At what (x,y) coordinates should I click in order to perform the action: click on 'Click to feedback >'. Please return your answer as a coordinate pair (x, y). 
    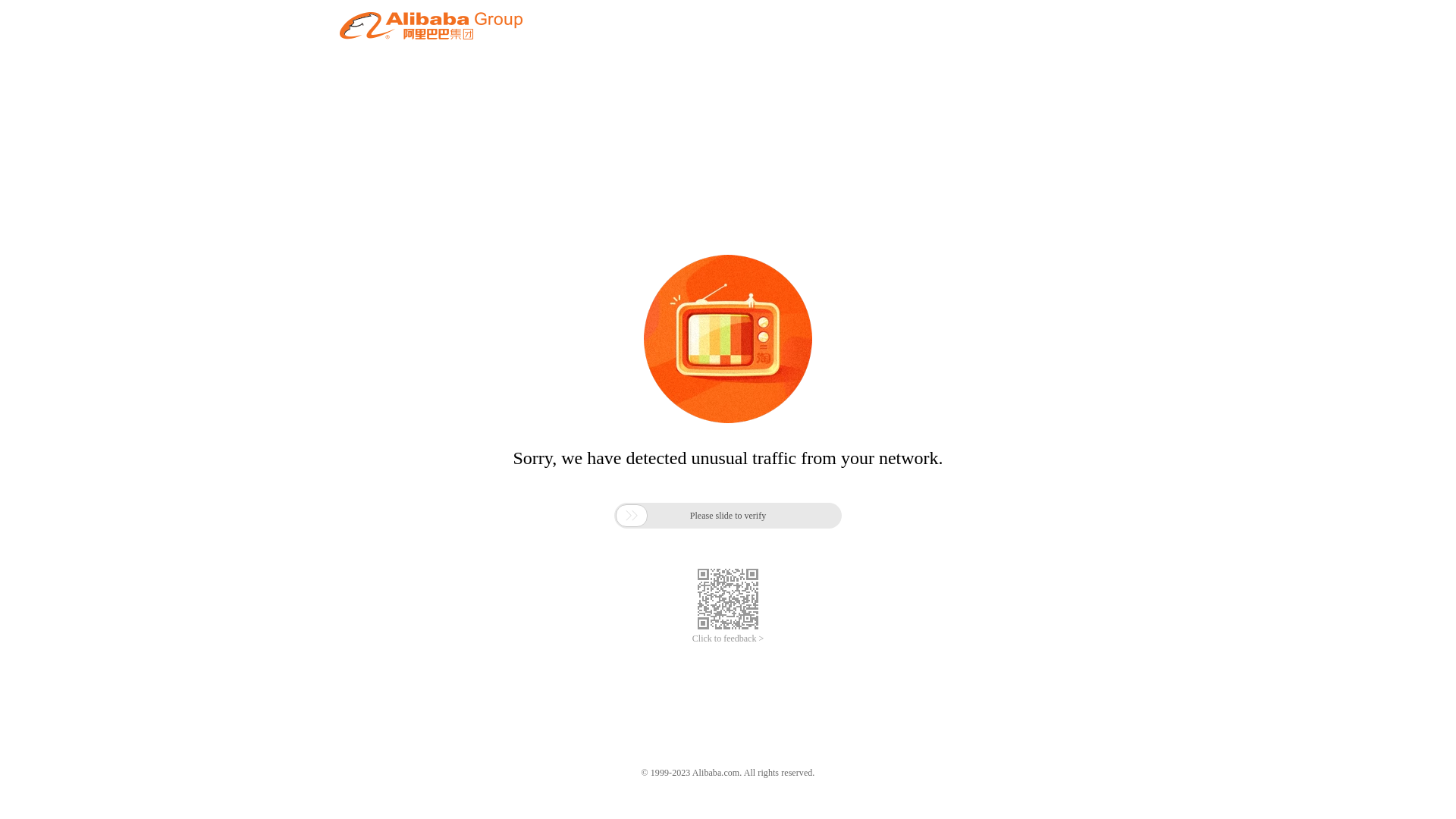
    Looking at the image, I should click on (728, 639).